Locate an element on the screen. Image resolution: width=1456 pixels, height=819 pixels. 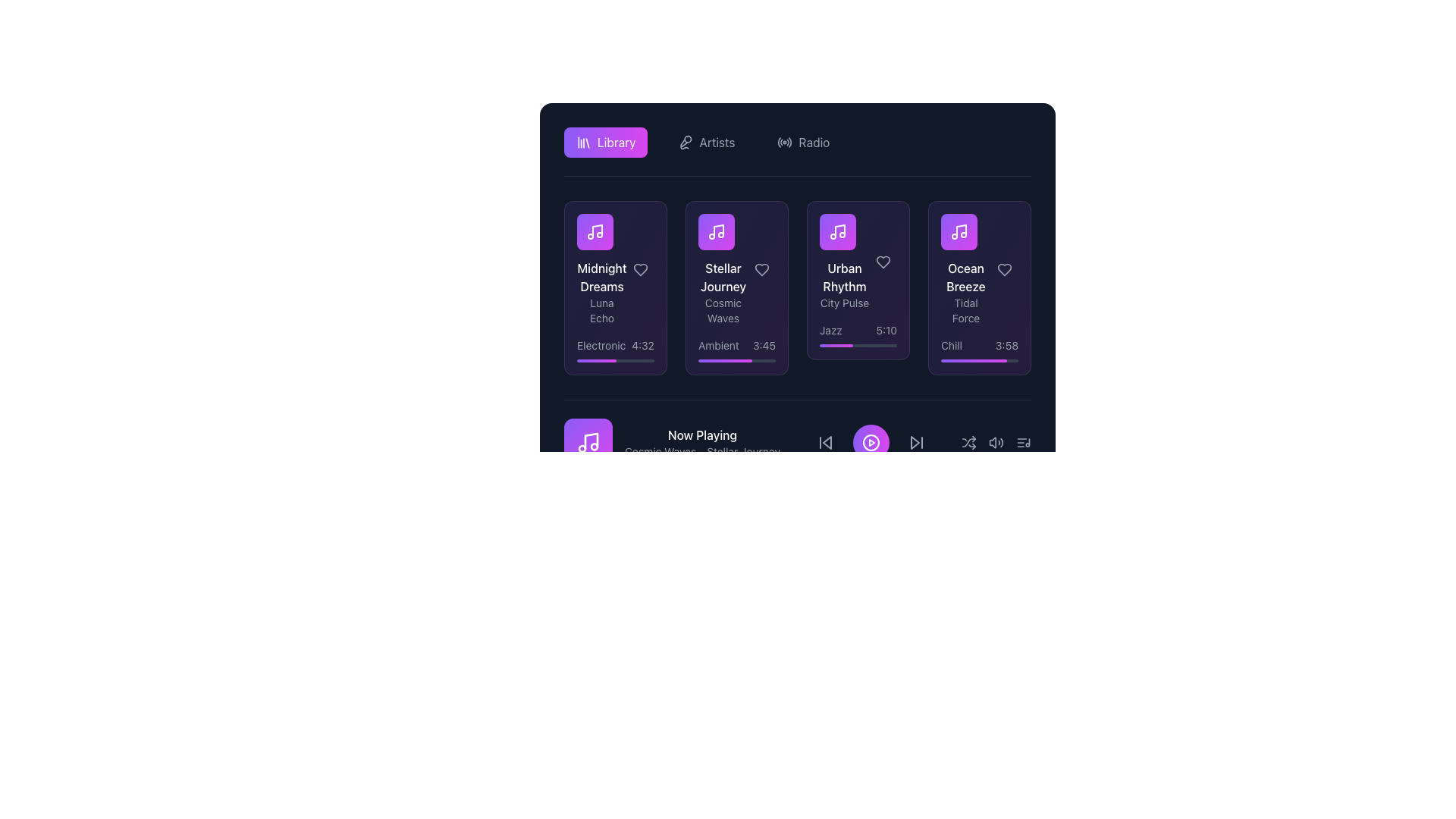
the favorite button located to the right of the text 'Midnight Dreams' in the Library section is located at coordinates (640, 268).